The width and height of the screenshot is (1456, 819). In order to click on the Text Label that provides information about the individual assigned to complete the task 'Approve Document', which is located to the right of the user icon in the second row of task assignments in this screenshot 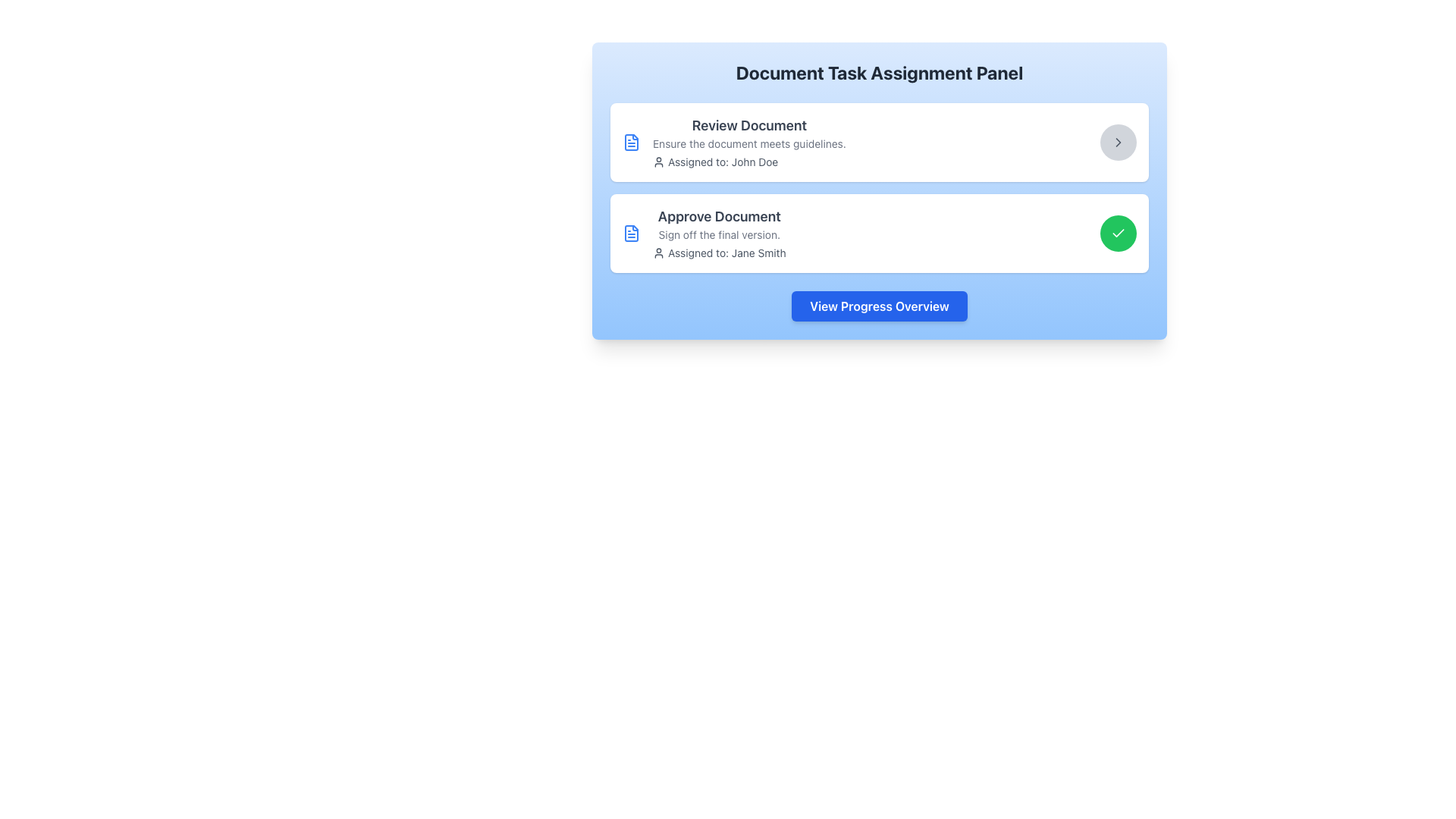, I will do `click(726, 253)`.